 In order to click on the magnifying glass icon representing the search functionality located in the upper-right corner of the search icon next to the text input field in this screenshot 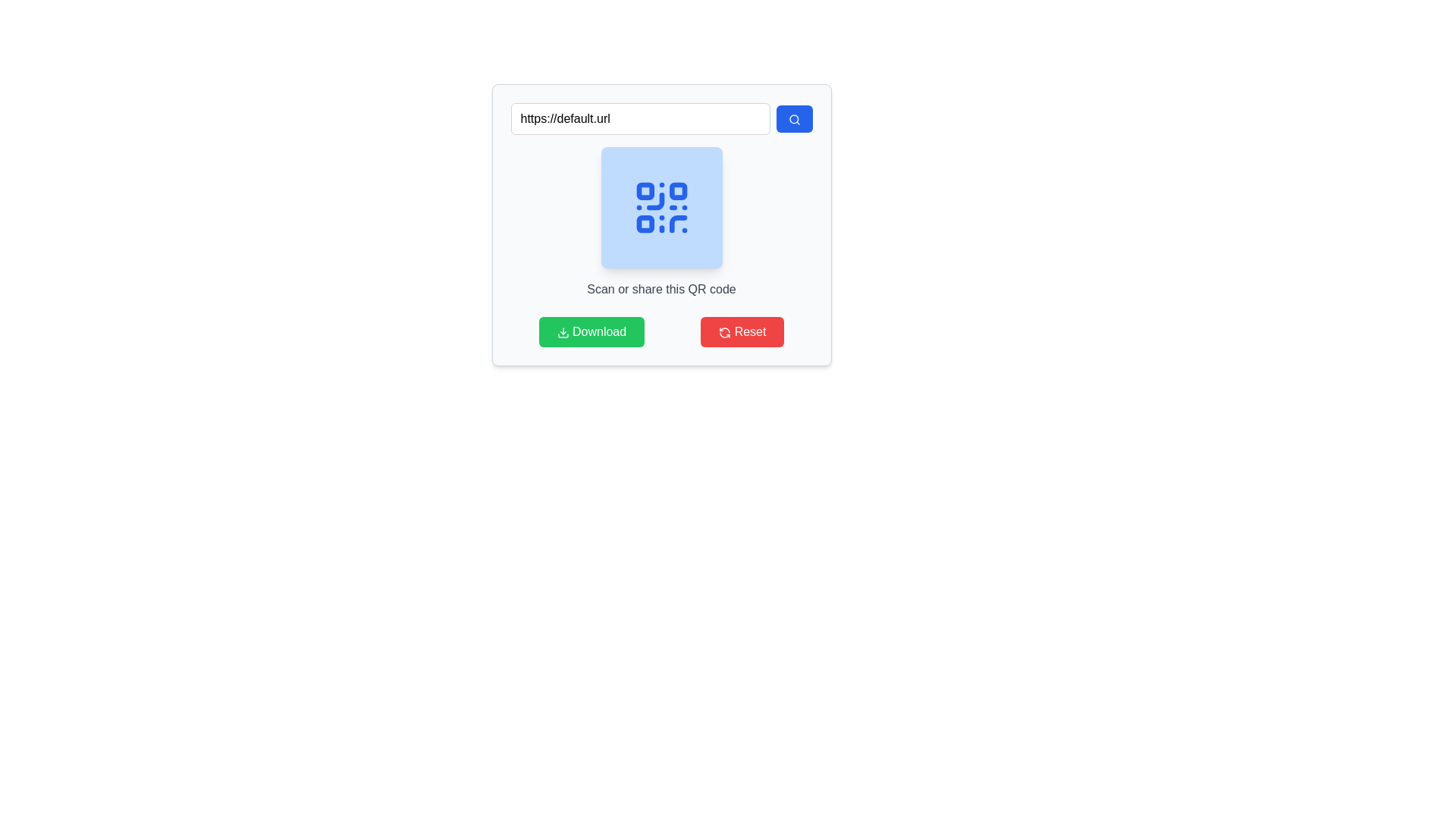, I will do `click(792, 118)`.